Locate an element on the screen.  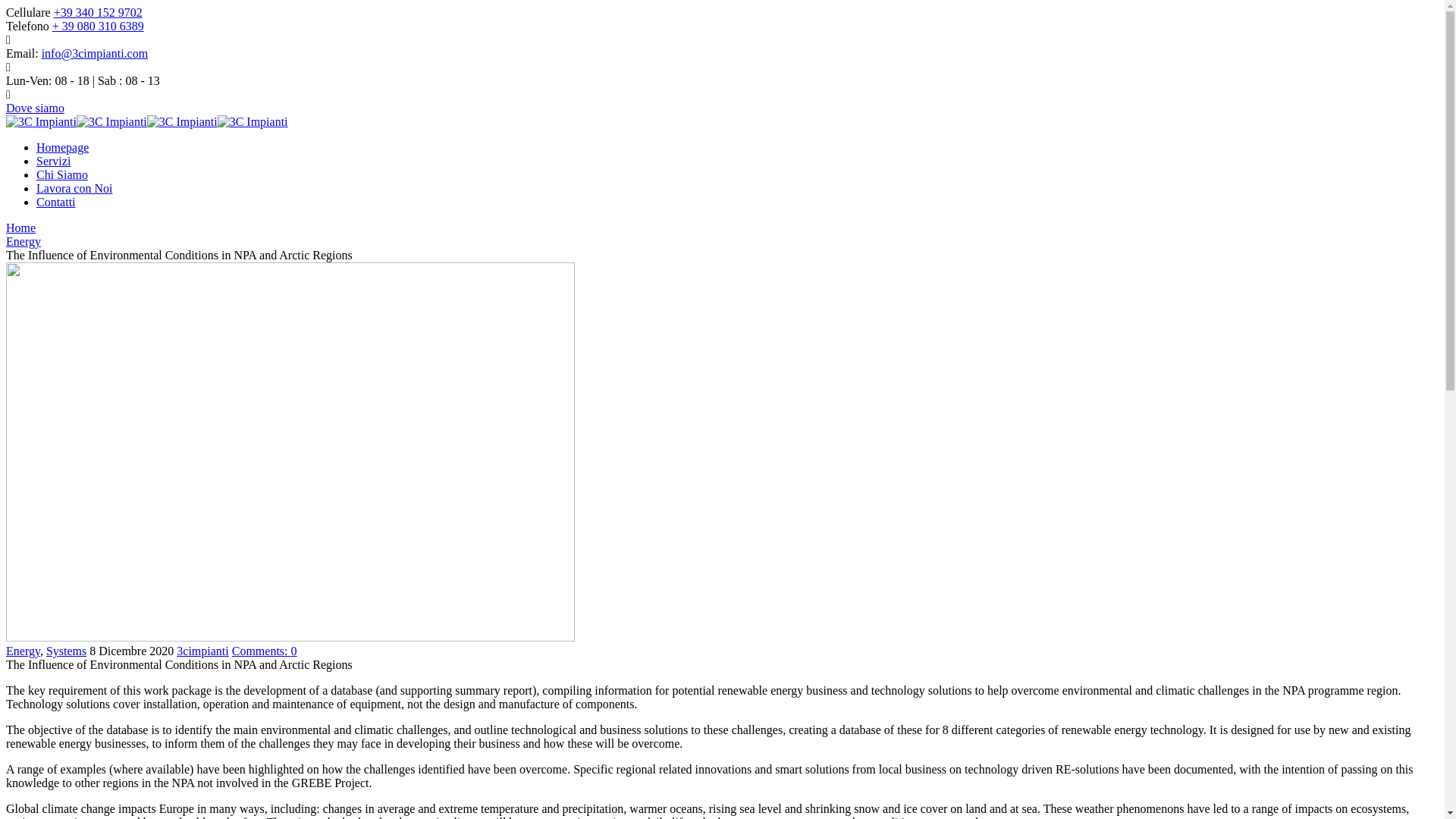
'Contatti' is located at coordinates (36, 201).